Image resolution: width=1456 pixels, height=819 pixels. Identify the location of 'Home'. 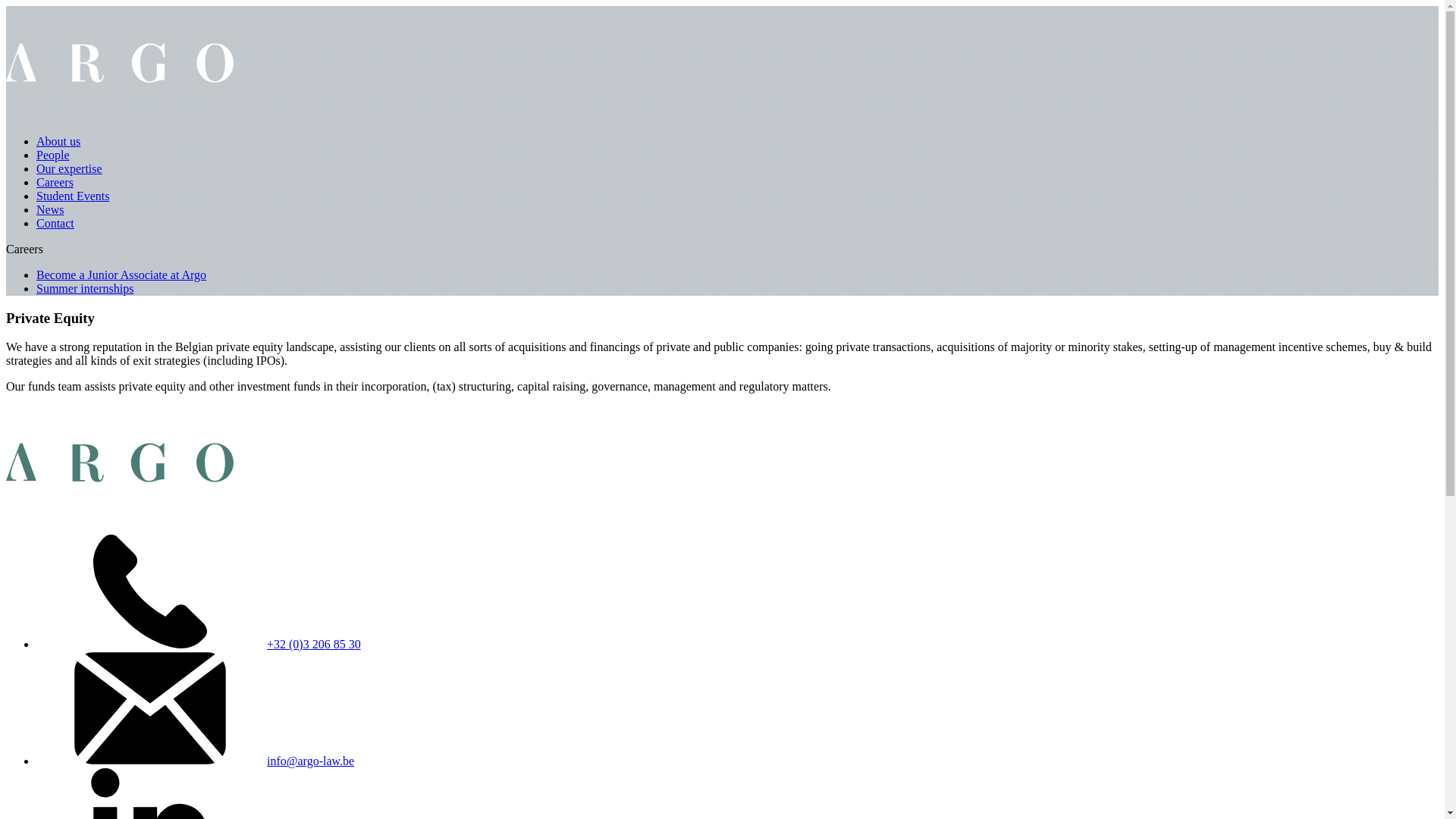
(119, 514).